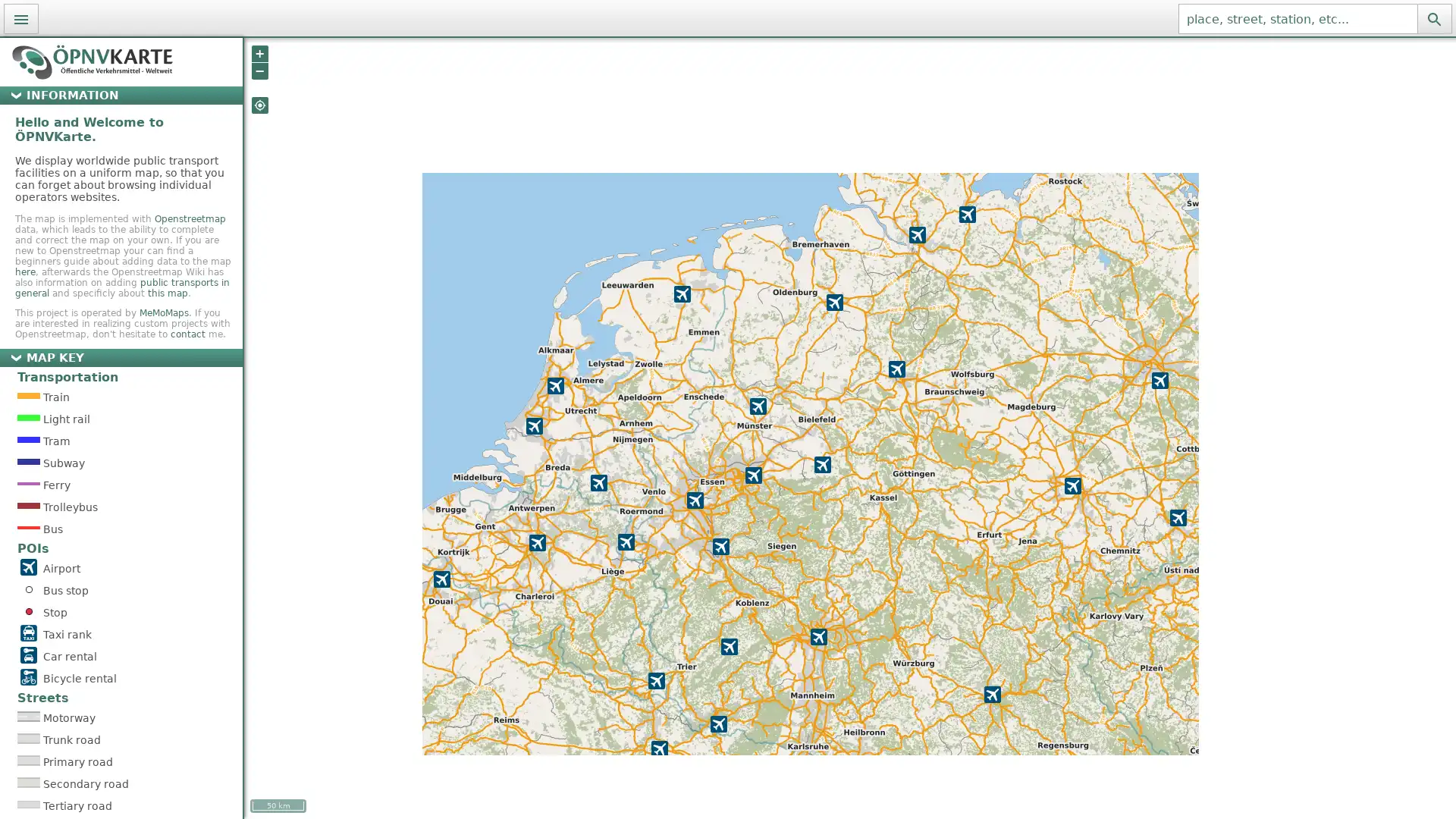 This screenshot has height=819, width=1456. Describe the element at coordinates (259, 104) in the screenshot. I see `Show position` at that location.